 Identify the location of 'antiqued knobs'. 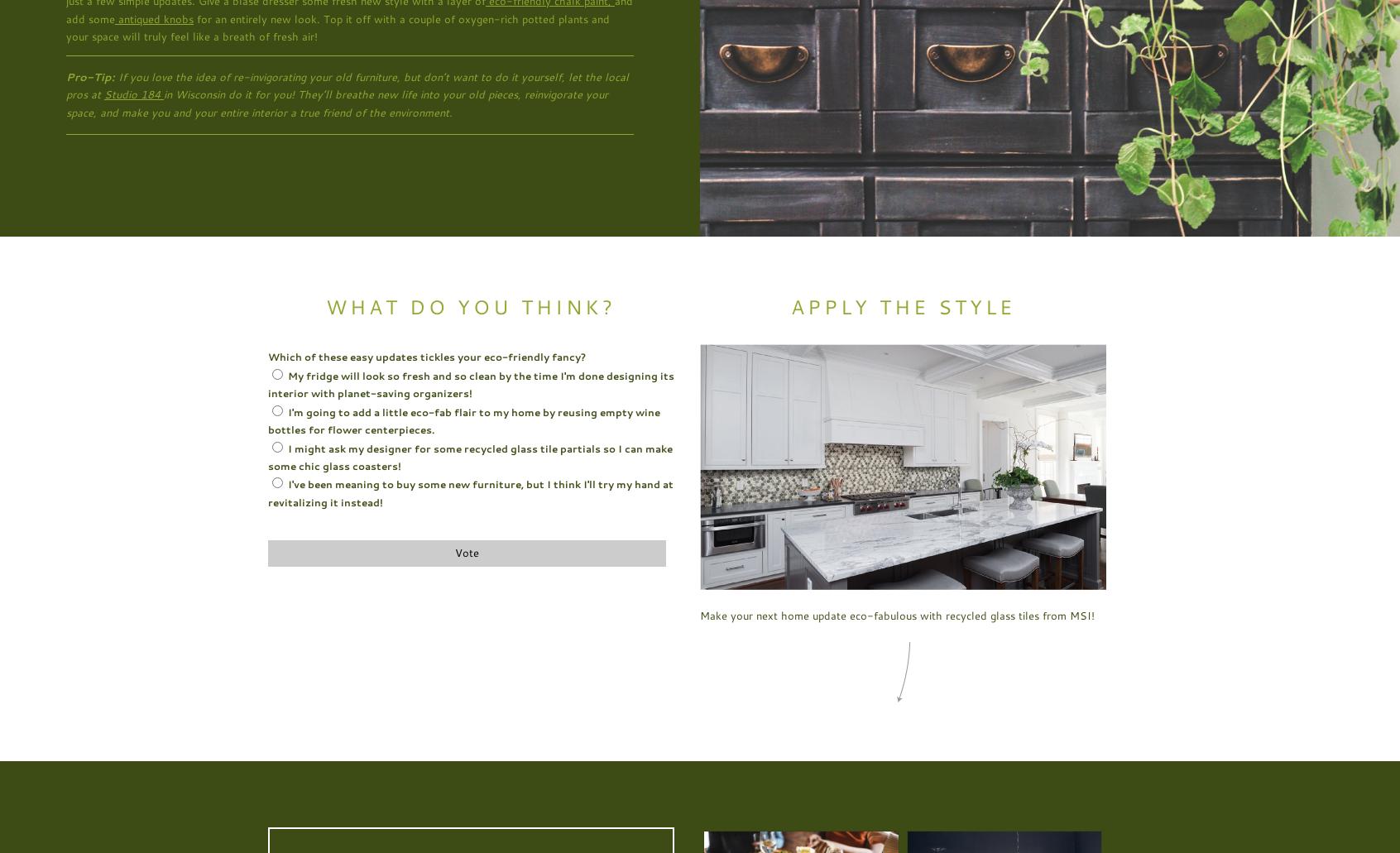
(153, 17).